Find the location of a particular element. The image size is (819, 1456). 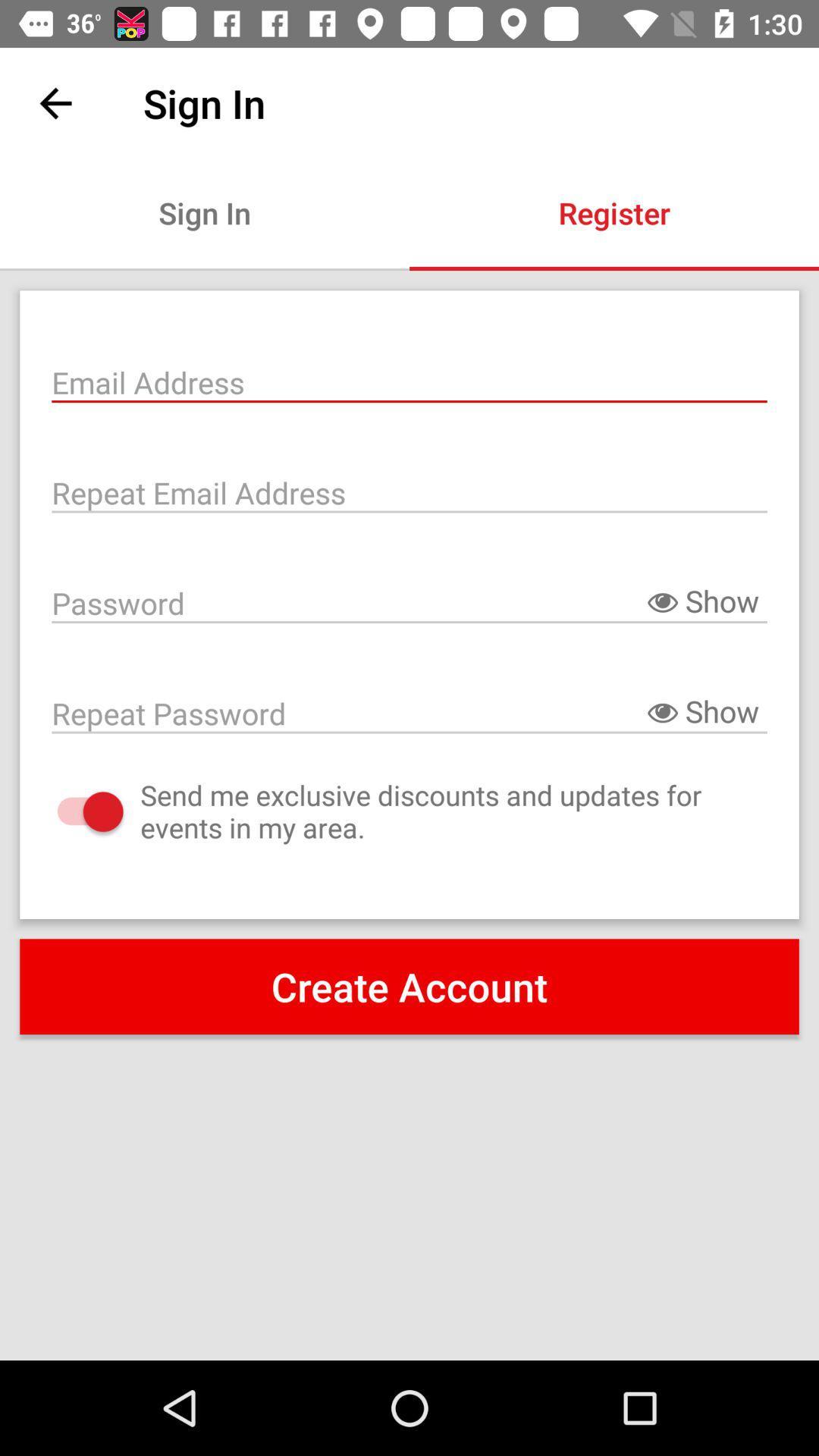

registration field is located at coordinates (409, 381).